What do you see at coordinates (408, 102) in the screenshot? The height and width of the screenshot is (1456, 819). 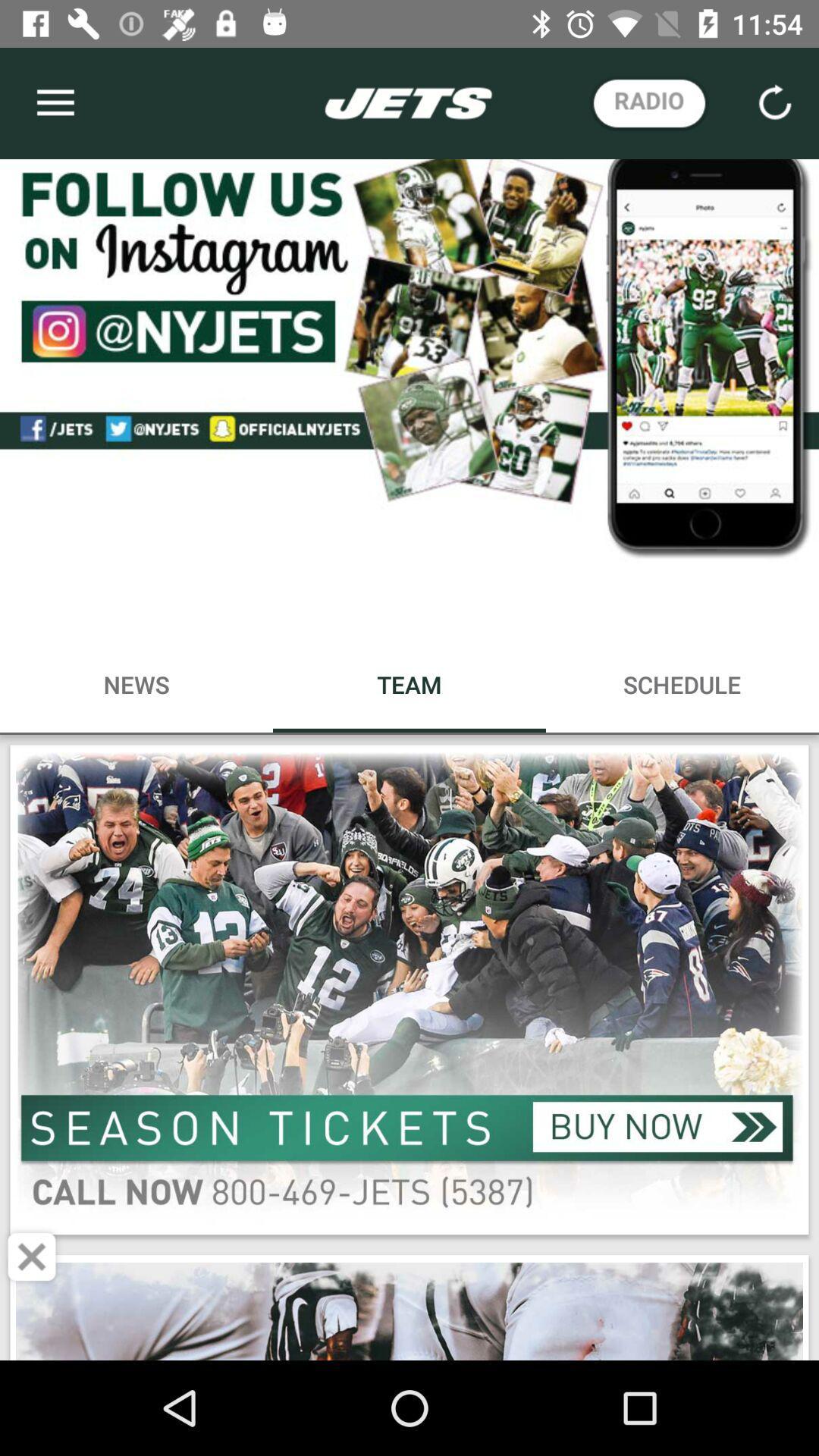 I see `the tittle text` at bounding box center [408, 102].